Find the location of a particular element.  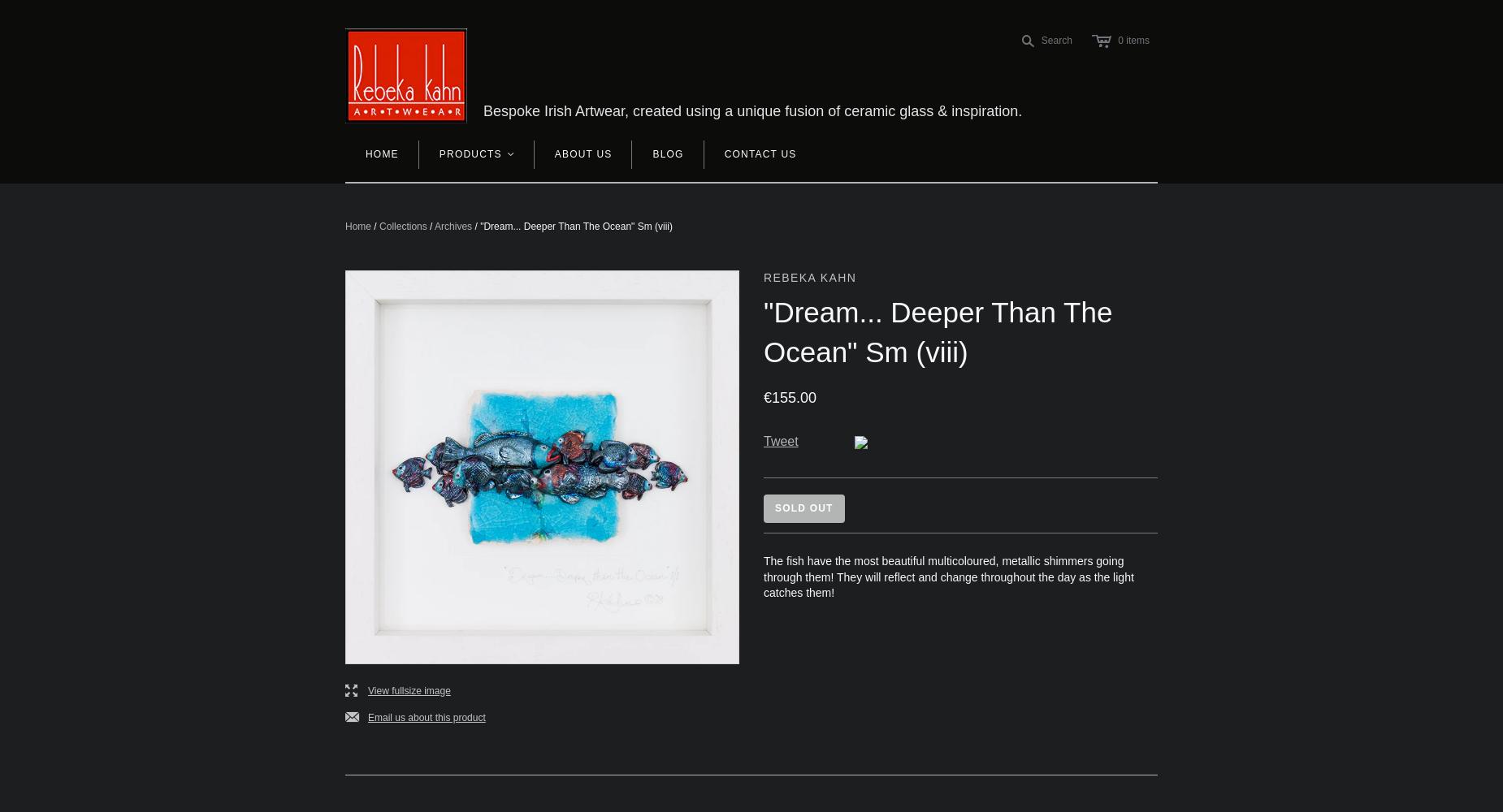

'Search' is located at coordinates (1055, 40).